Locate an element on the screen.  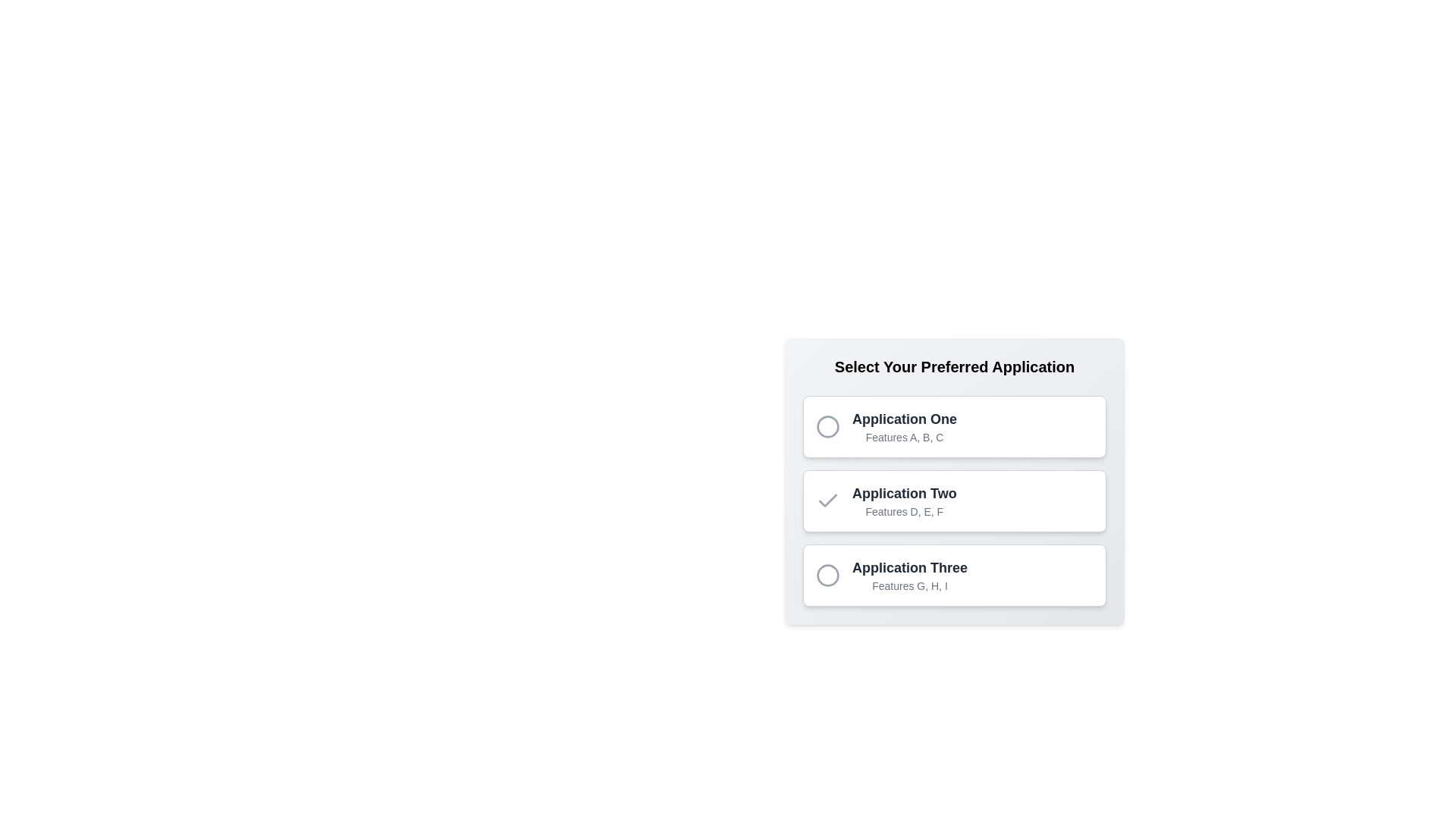
the thin border circular SVG graphic located to the left of the 'Application One' entry in the preferences selection list is located at coordinates (827, 427).